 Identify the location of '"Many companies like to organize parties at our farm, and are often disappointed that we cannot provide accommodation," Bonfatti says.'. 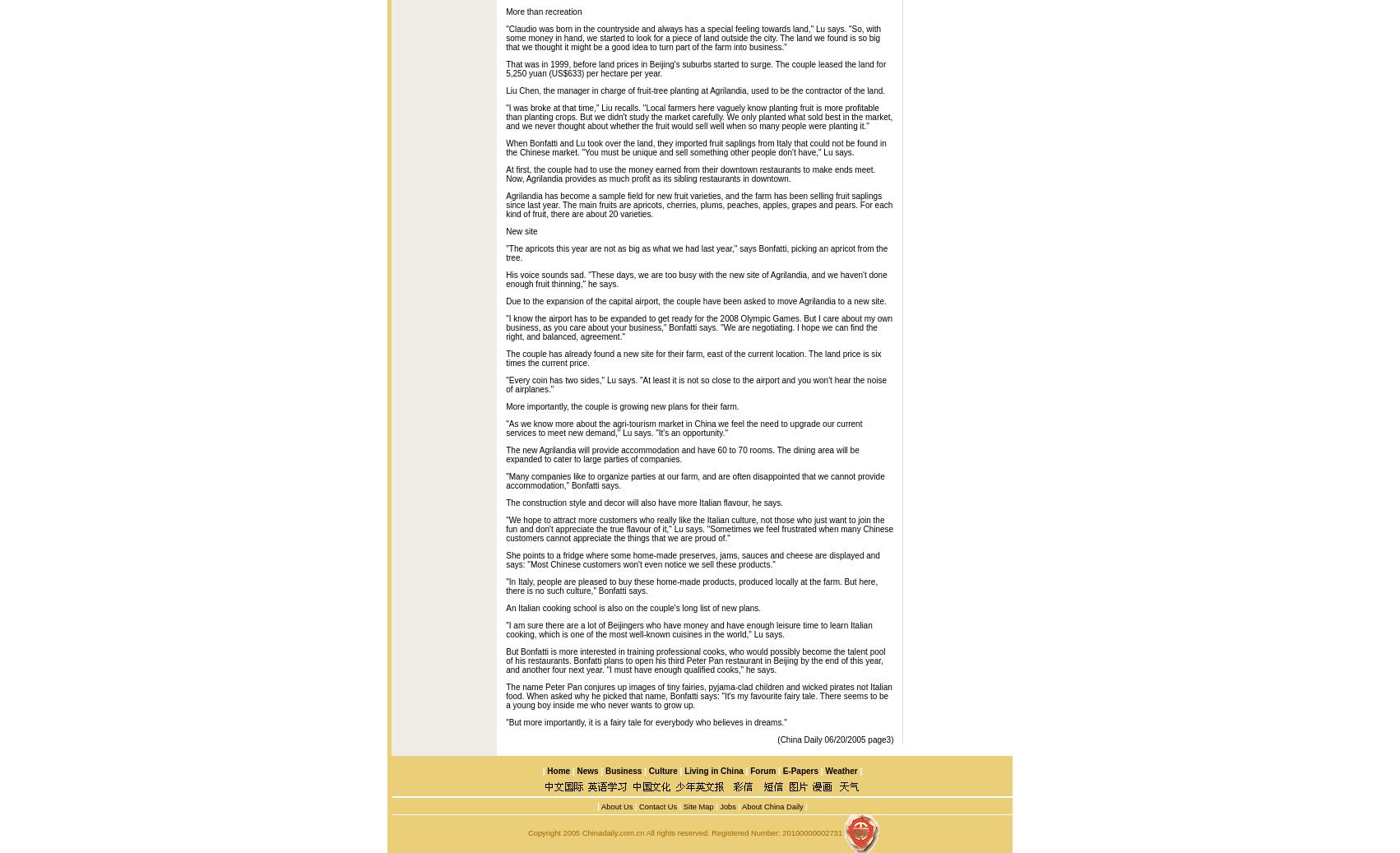
(505, 480).